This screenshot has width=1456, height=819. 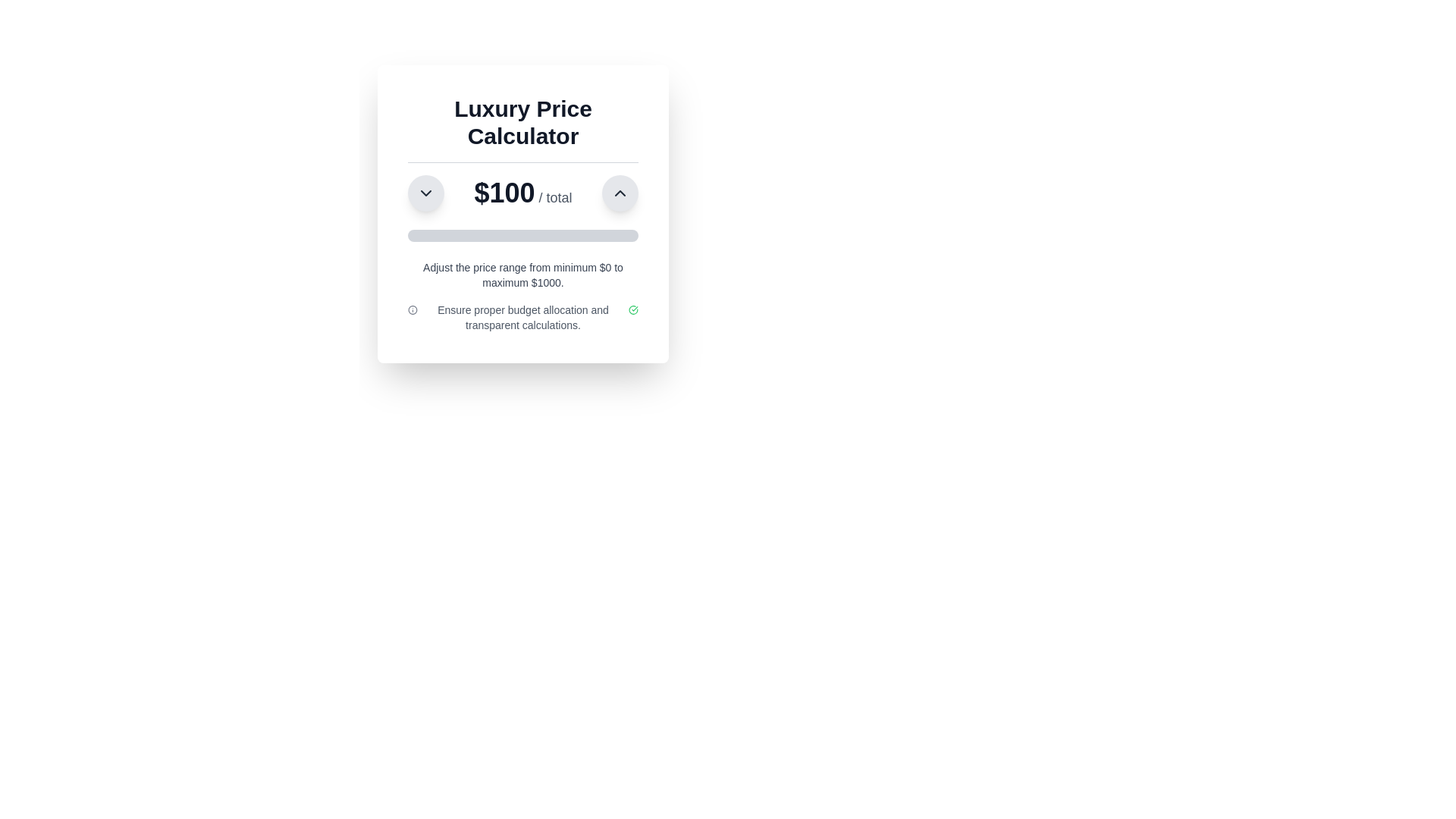 I want to click on the price range, so click(x=435, y=236).